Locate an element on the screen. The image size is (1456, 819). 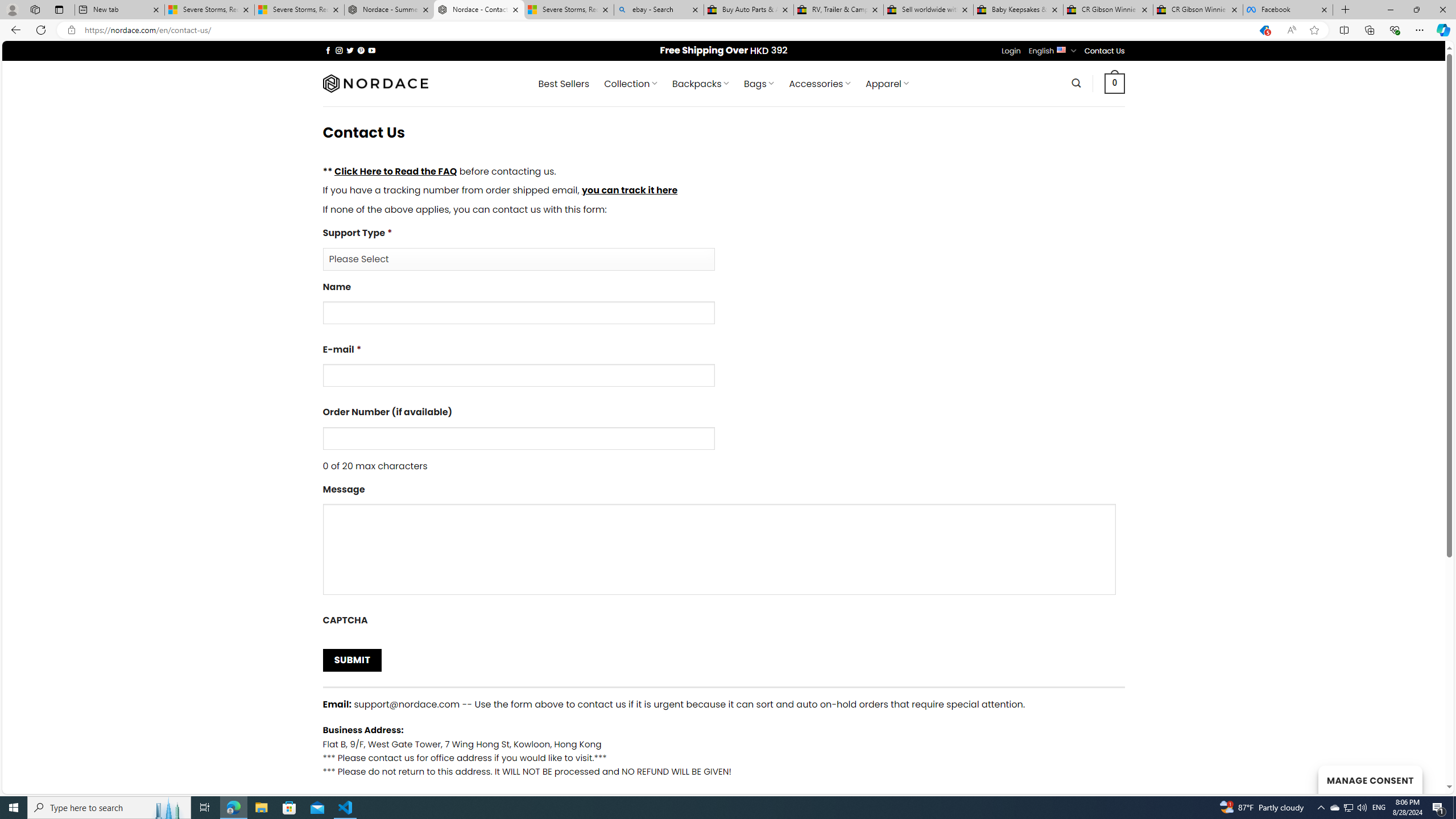
'MANAGE CONSENT' is located at coordinates (1370, 779).